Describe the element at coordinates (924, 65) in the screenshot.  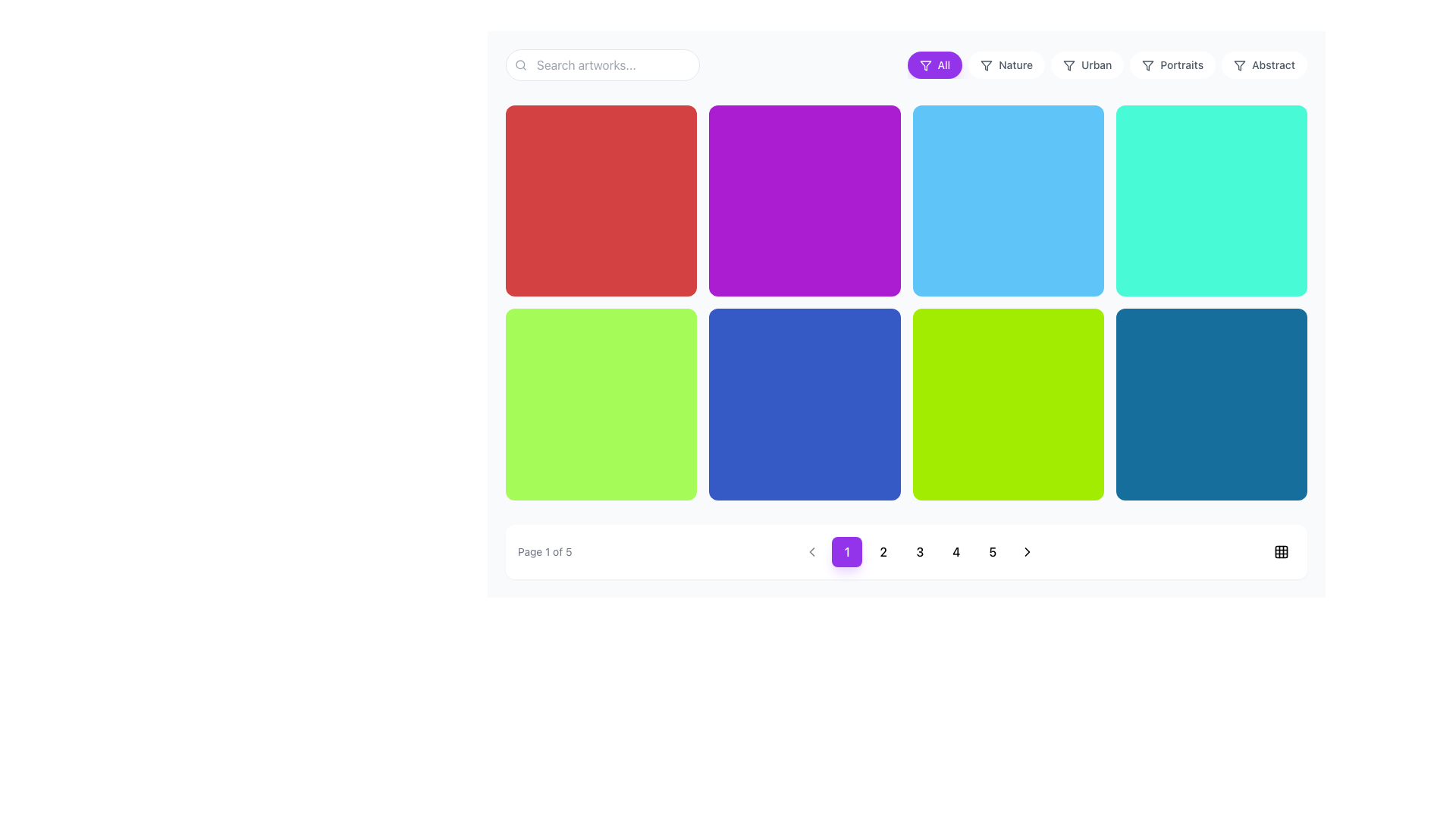
I see `the filter icon located in the header section, which is aligned alongside the 'All' button with a purple background` at that location.